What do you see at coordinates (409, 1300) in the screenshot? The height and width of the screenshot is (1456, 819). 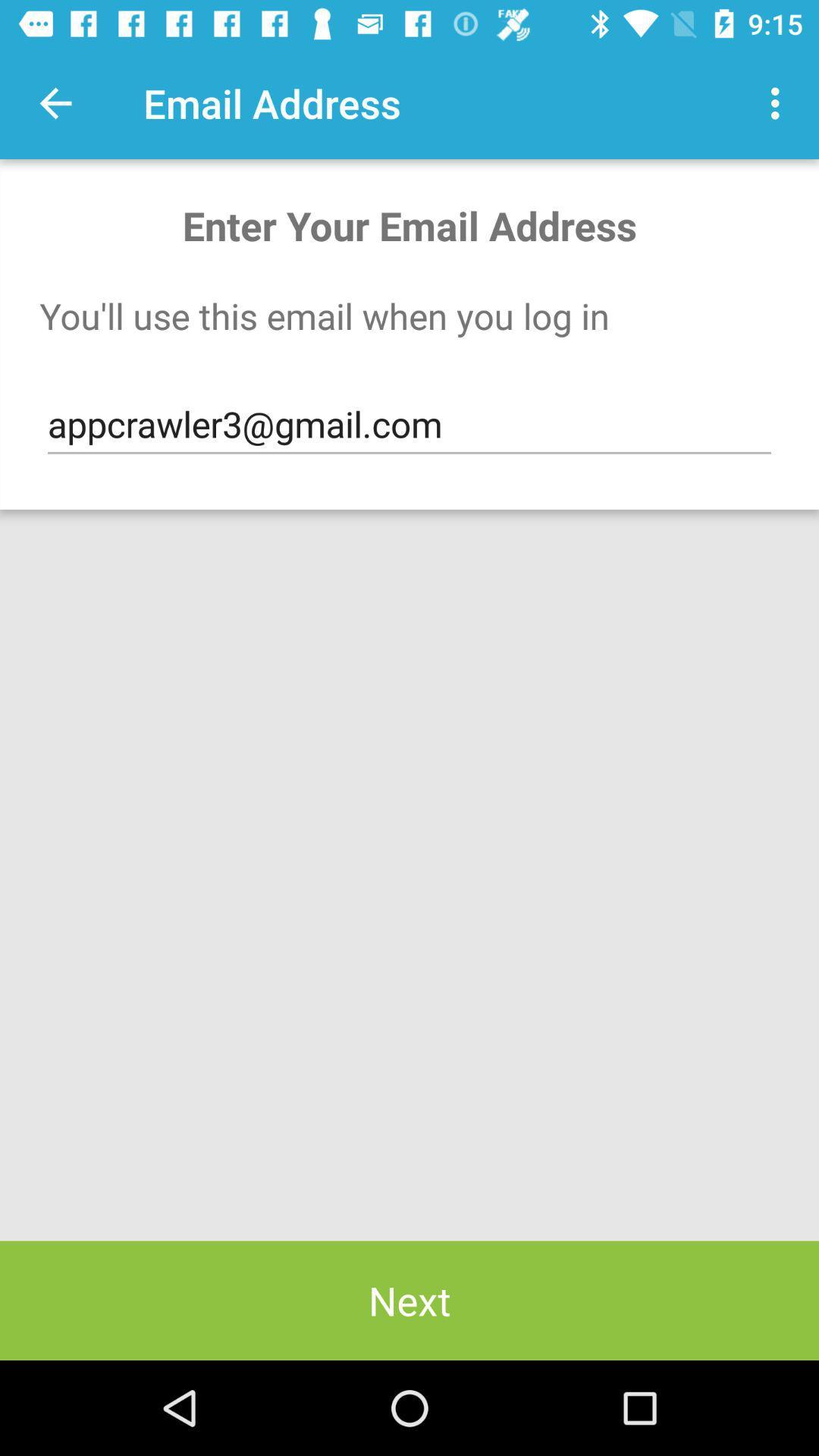 I see `next icon` at bounding box center [409, 1300].